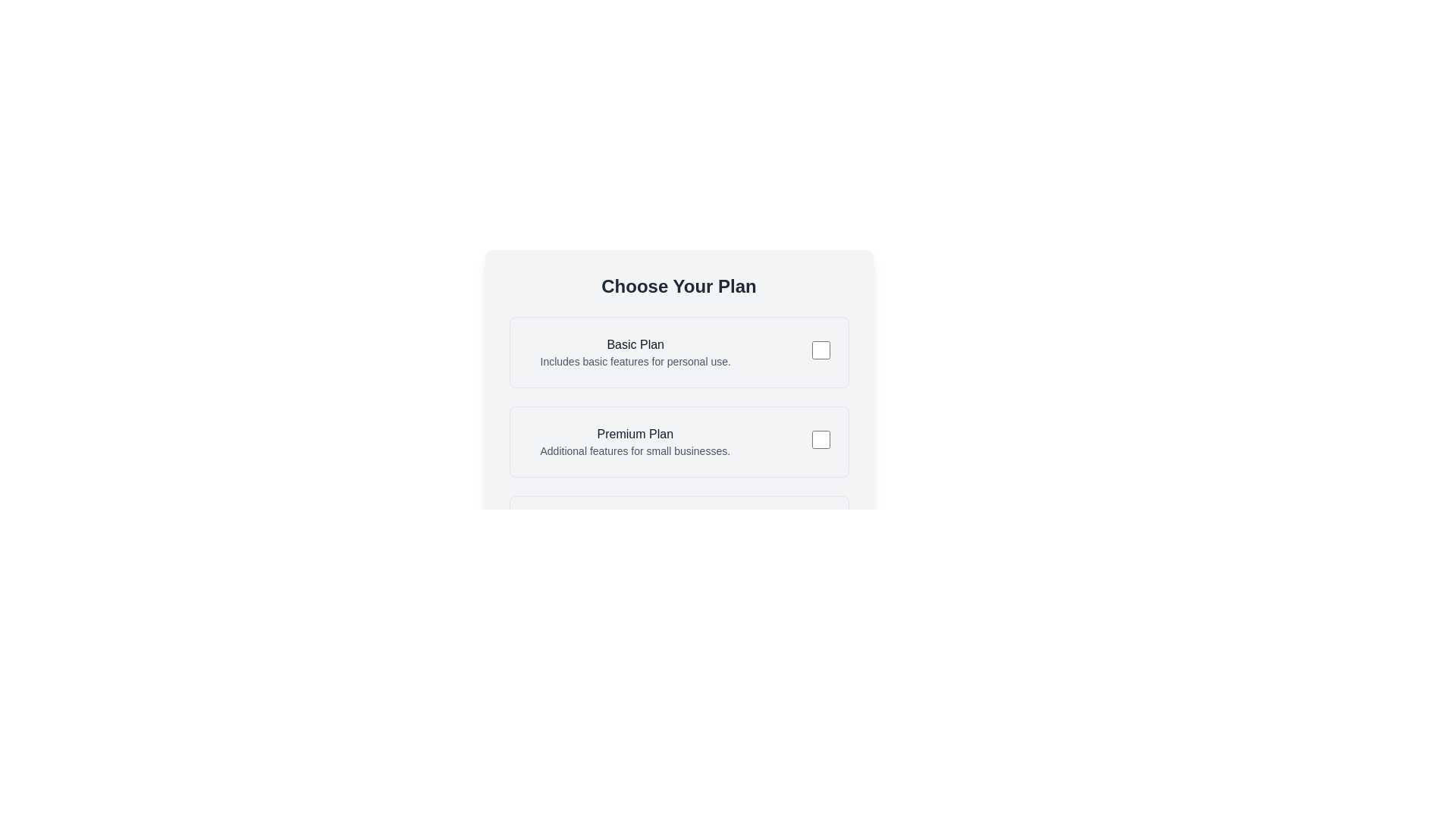 The image size is (1456, 819). What do you see at coordinates (635, 345) in the screenshot?
I see `the static text label 'Basic Plan' which is rendered in bold black font and located within a card-like section above the subtext 'Includes basic features for personal use.'` at bounding box center [635, 345].